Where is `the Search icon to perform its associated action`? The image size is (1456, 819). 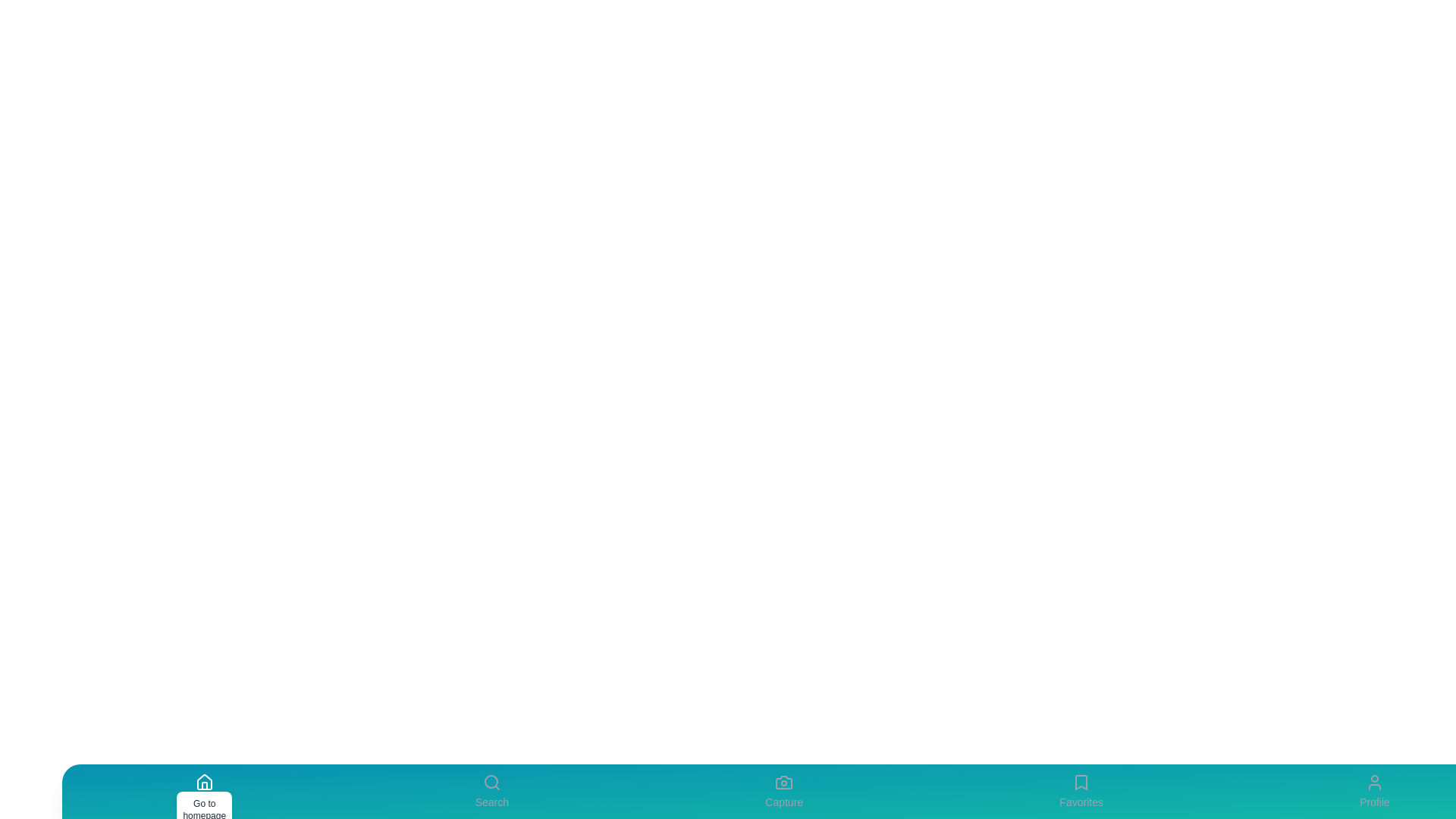 the Search icon to perform its associated action is located at coordinates (491, 791).